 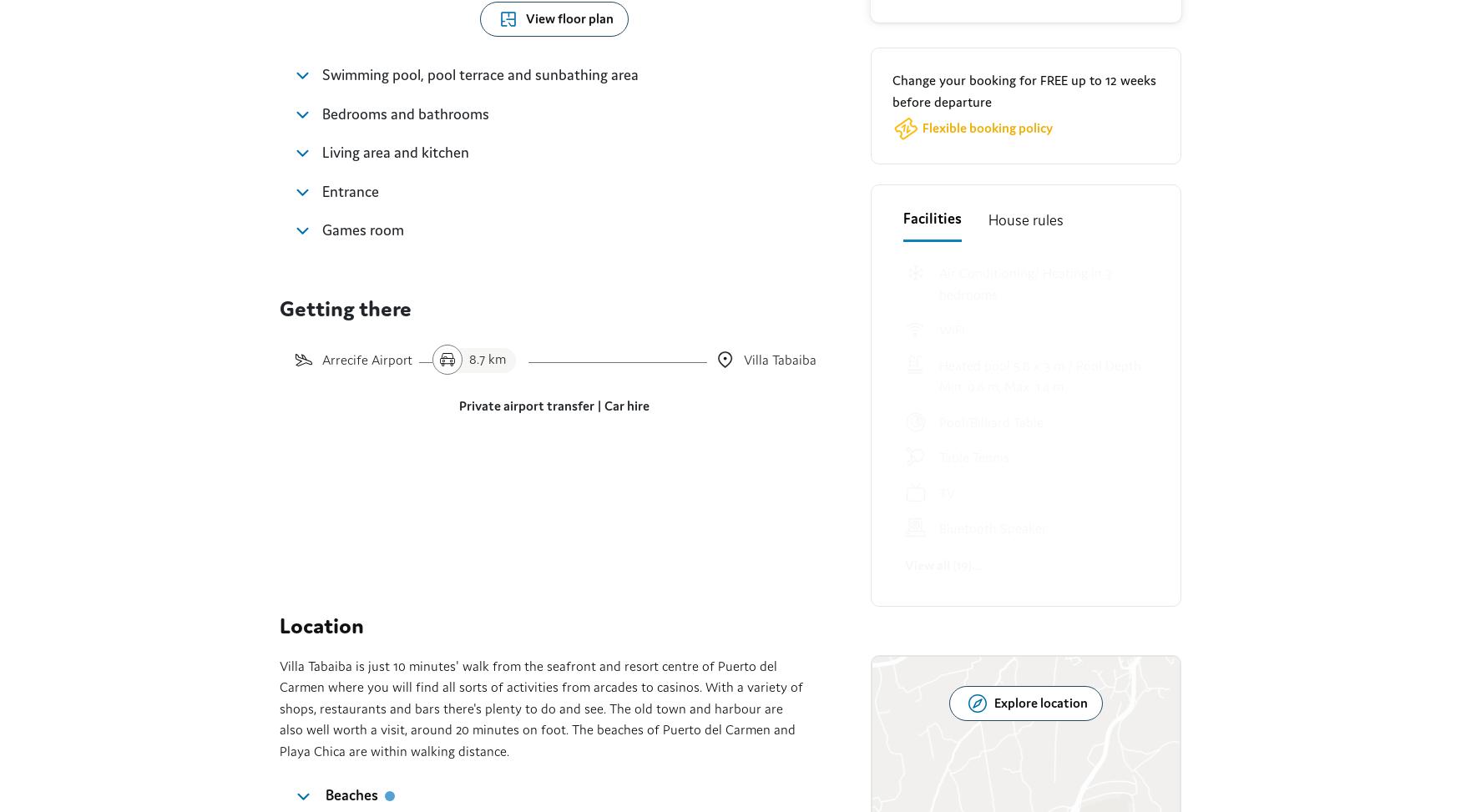 What do you see at coordinates (516, 707) in the screenshot?
I see `'Sitemap'` at bounding box center [516, 707].